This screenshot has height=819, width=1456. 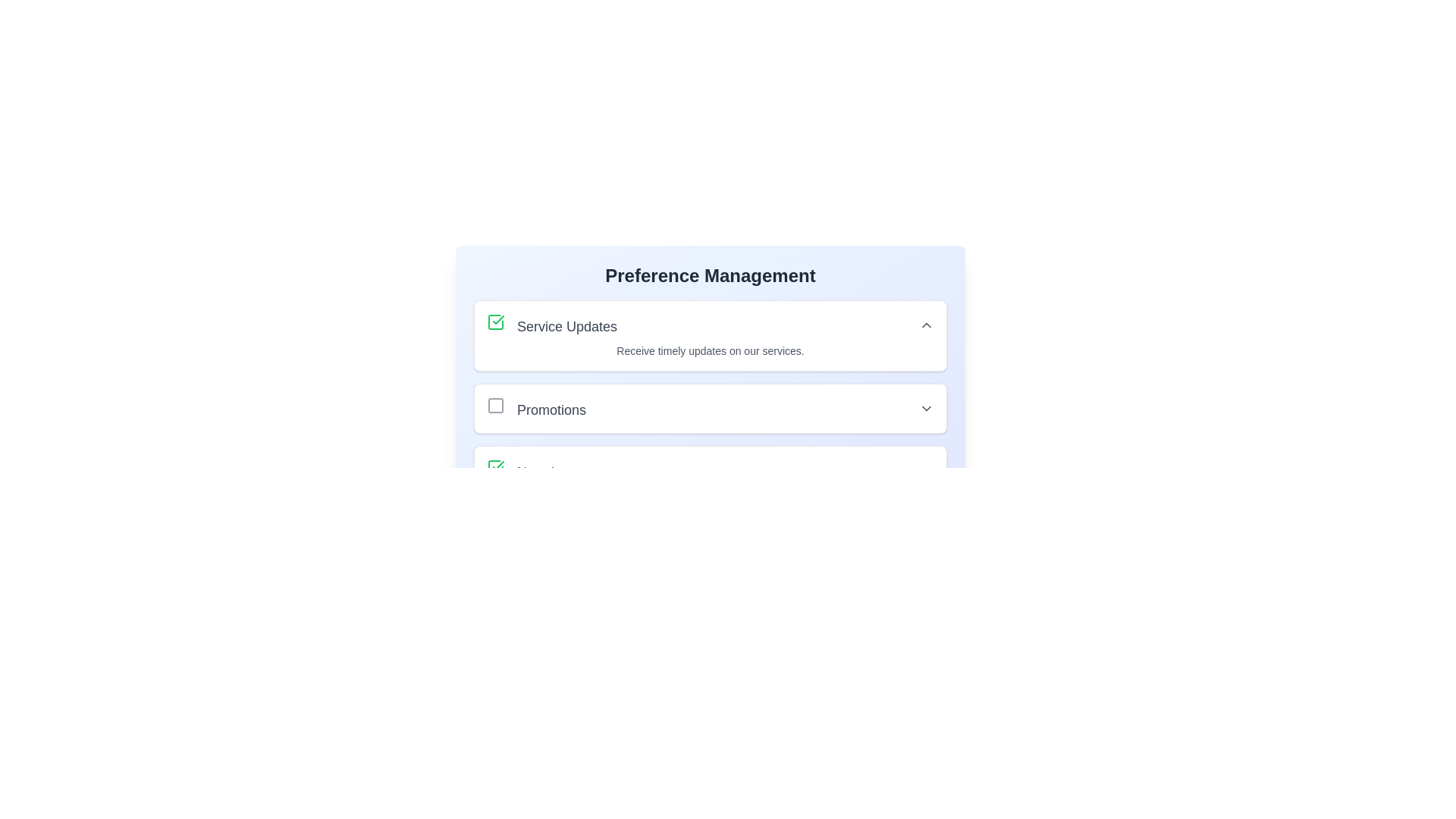 I want to click on over the checkbox located, so click(x=495, y=321).